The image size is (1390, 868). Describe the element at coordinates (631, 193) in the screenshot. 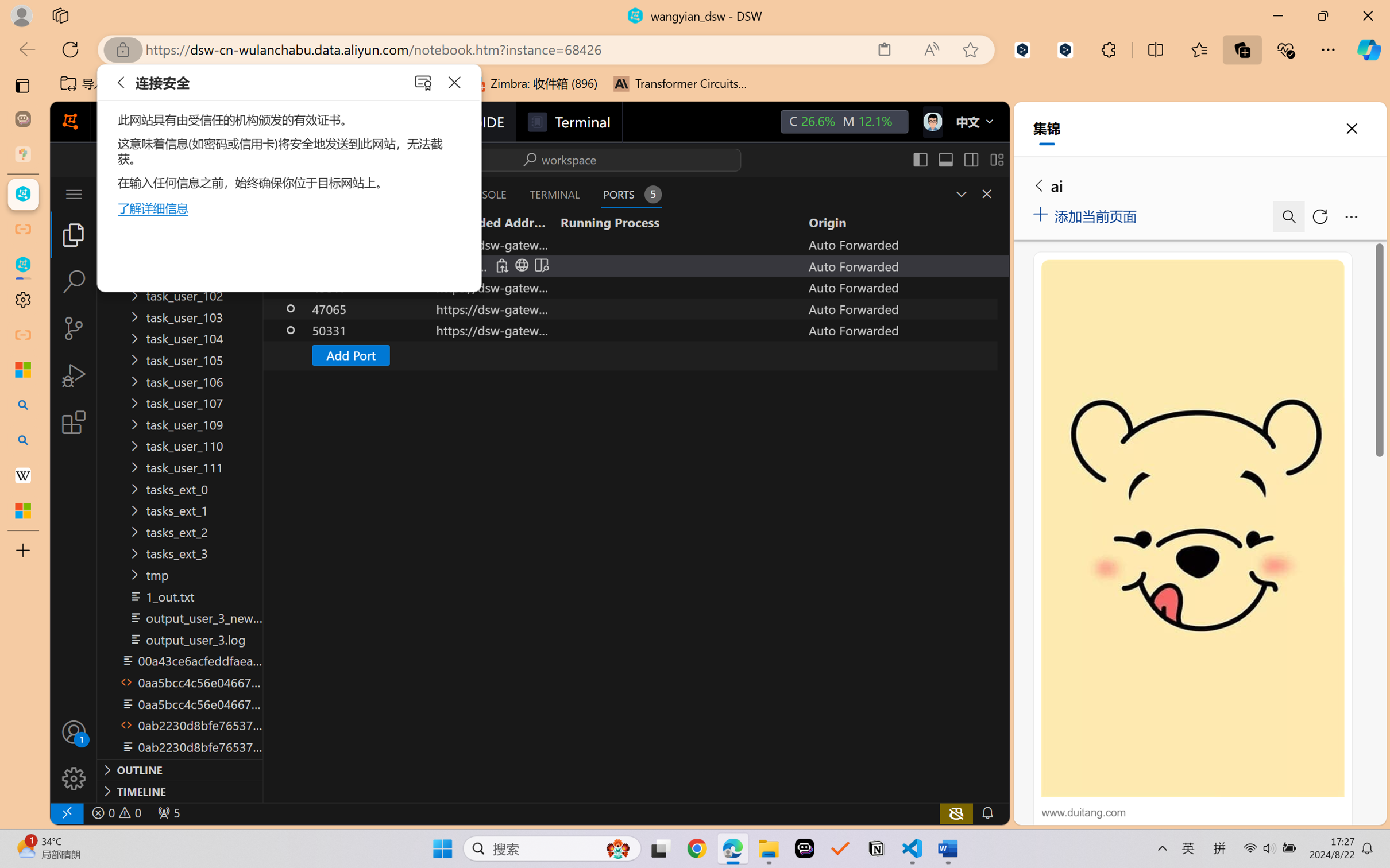

I see `'Ports - 5 forwarded ports Ports - 5 forwarded ports'` at that location.